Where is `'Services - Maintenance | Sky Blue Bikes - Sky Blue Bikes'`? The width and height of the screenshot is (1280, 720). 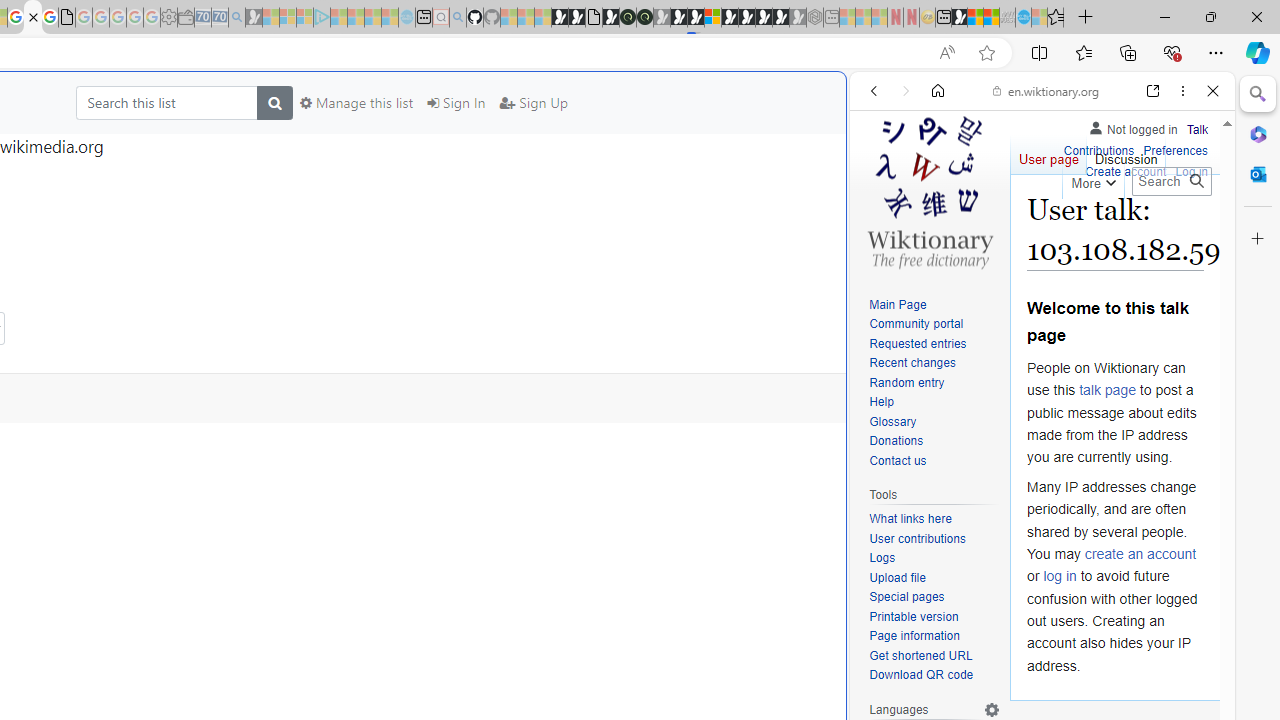 'Services - Maintenance | Sky Blue Bikes - Sky Blue Bikes' is located at coordinates (1023, 17).